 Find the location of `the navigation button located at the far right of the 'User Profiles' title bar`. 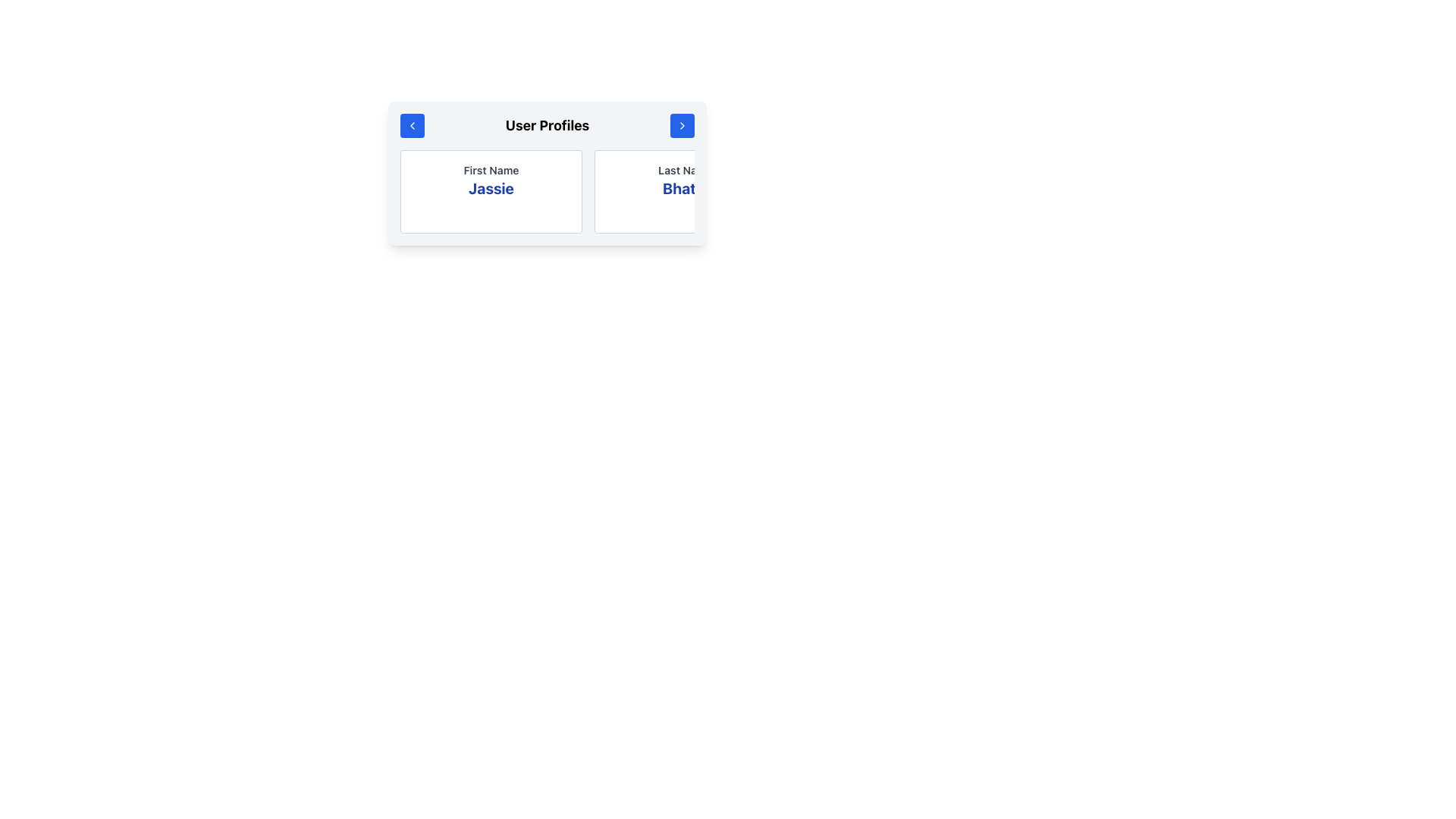

the navigation button located at the far right of the 'User Profiles' title bar is located at coordinates (681, 124).